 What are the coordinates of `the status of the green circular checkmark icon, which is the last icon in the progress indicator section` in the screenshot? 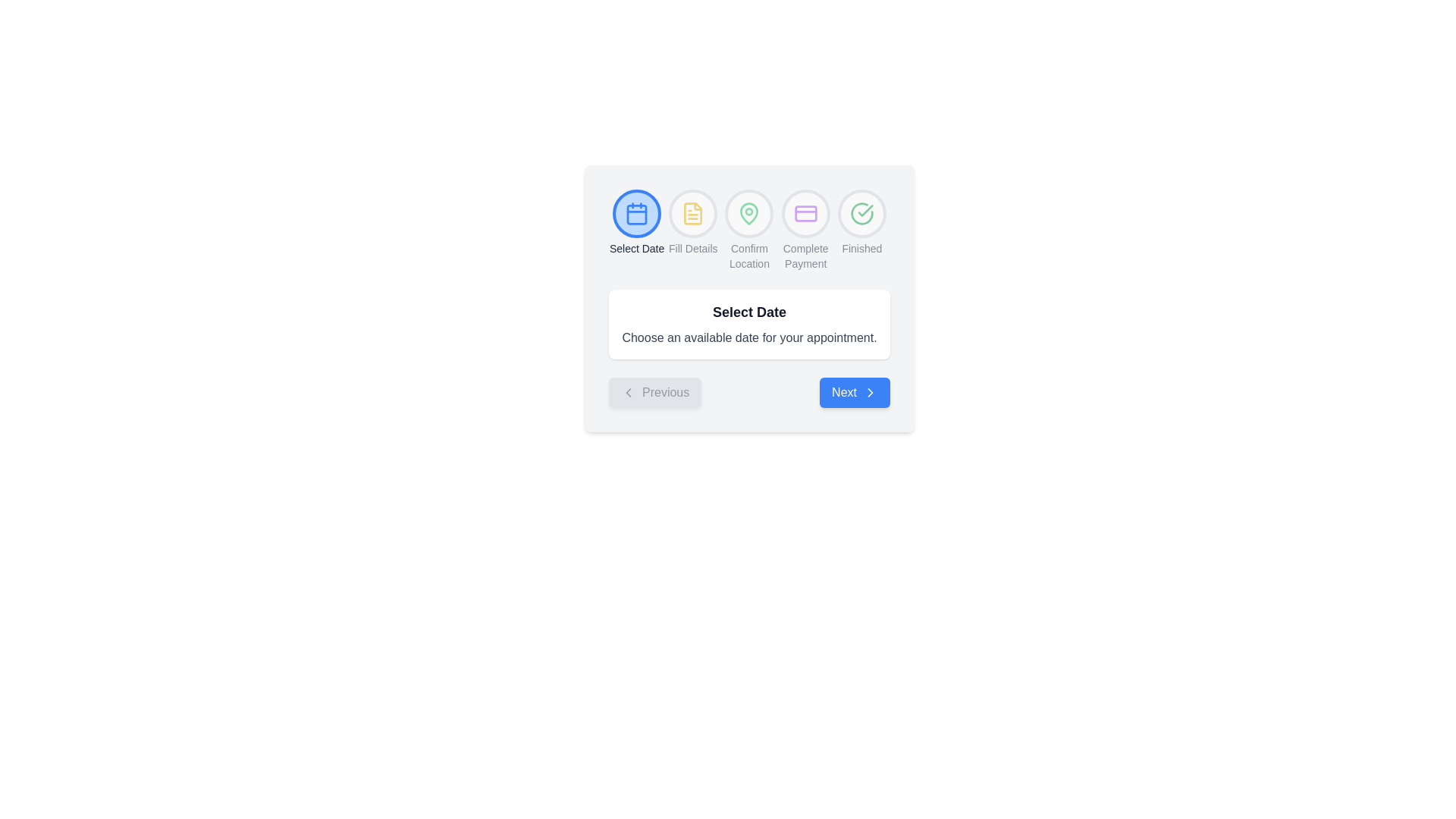 It's located at (861, 213).